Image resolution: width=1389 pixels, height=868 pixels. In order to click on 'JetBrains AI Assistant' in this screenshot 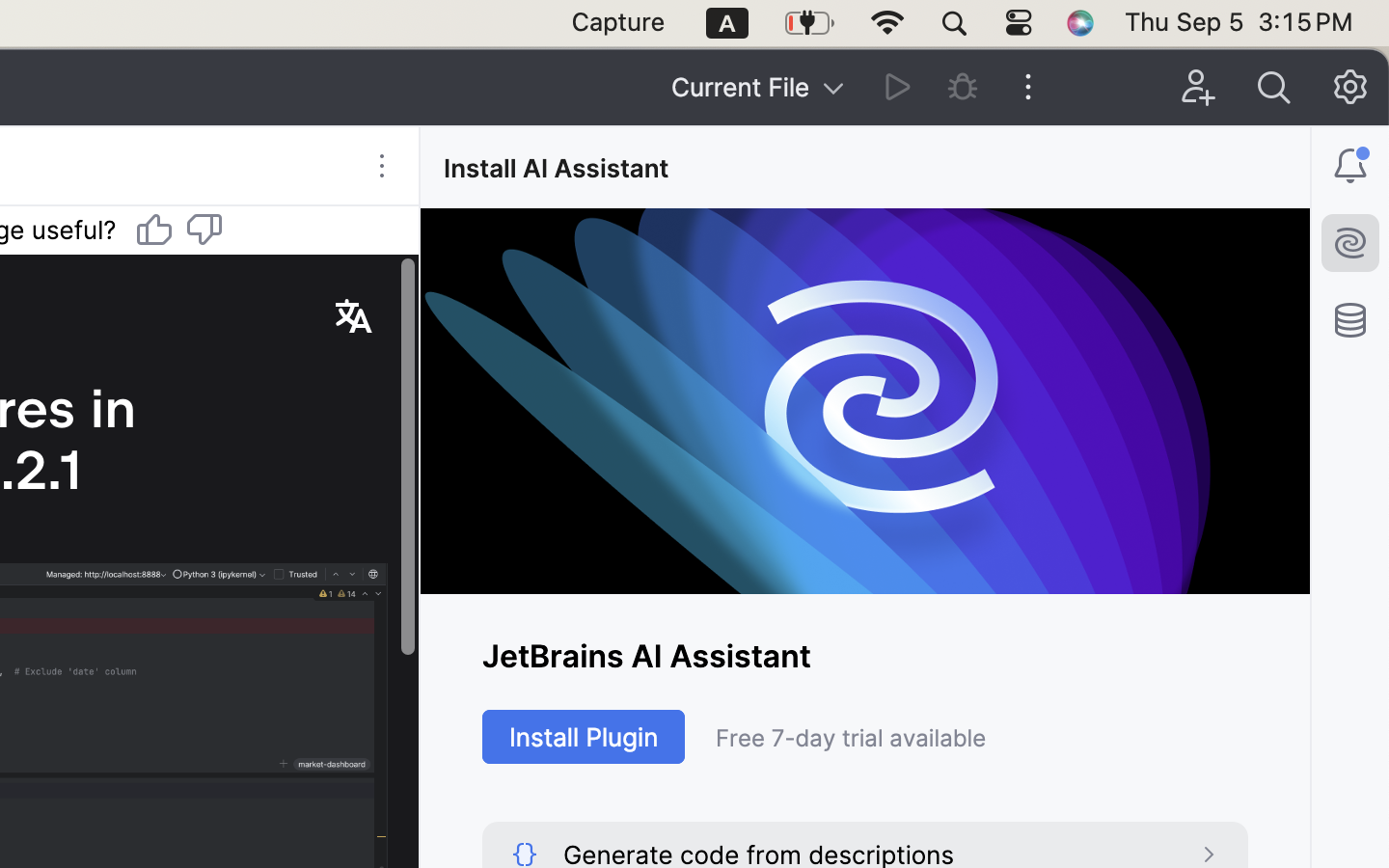, I will do `click(863, 655)`.